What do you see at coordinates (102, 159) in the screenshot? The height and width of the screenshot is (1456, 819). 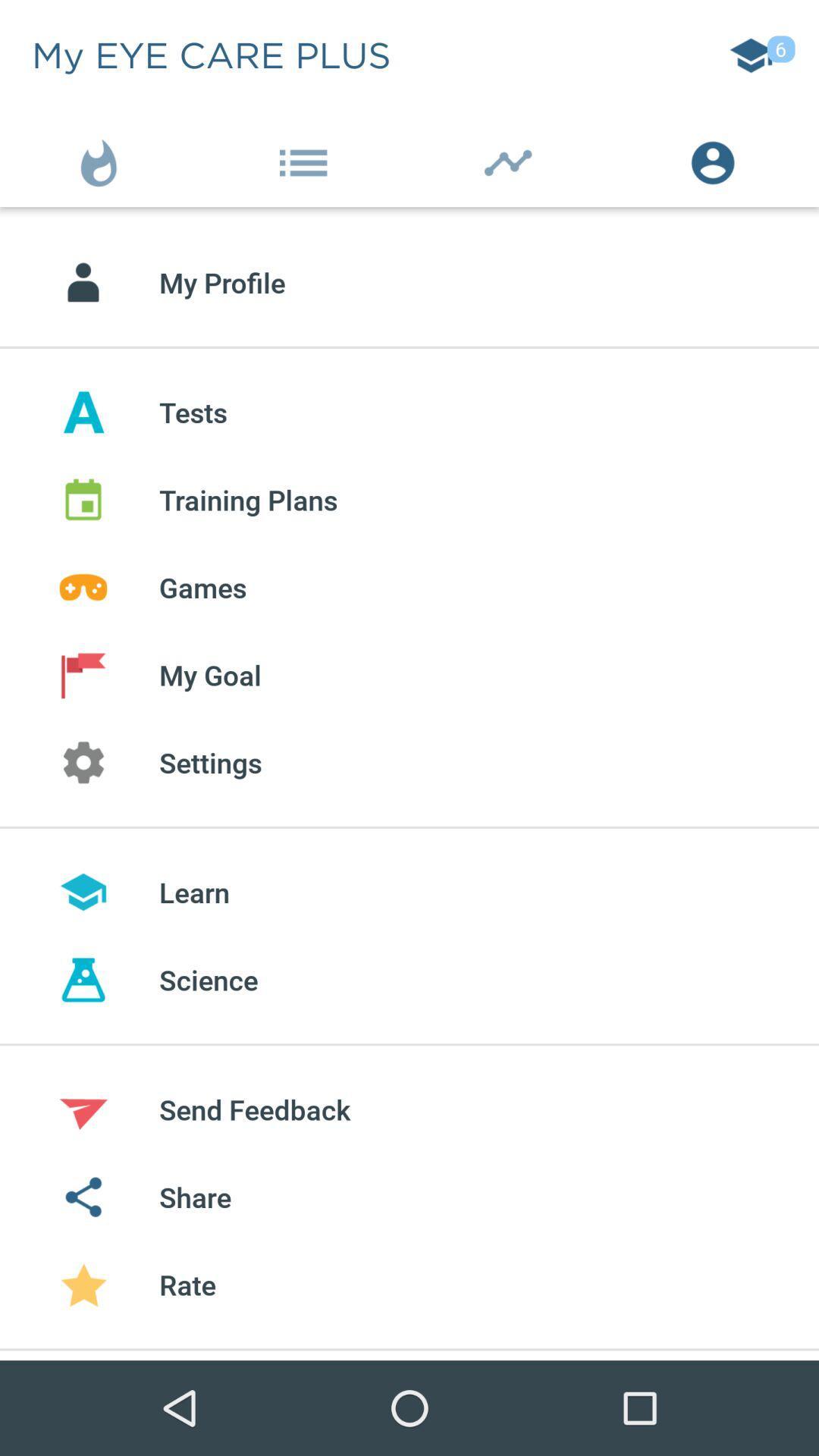 I see `the    icon` at bounding box center [102, 159].